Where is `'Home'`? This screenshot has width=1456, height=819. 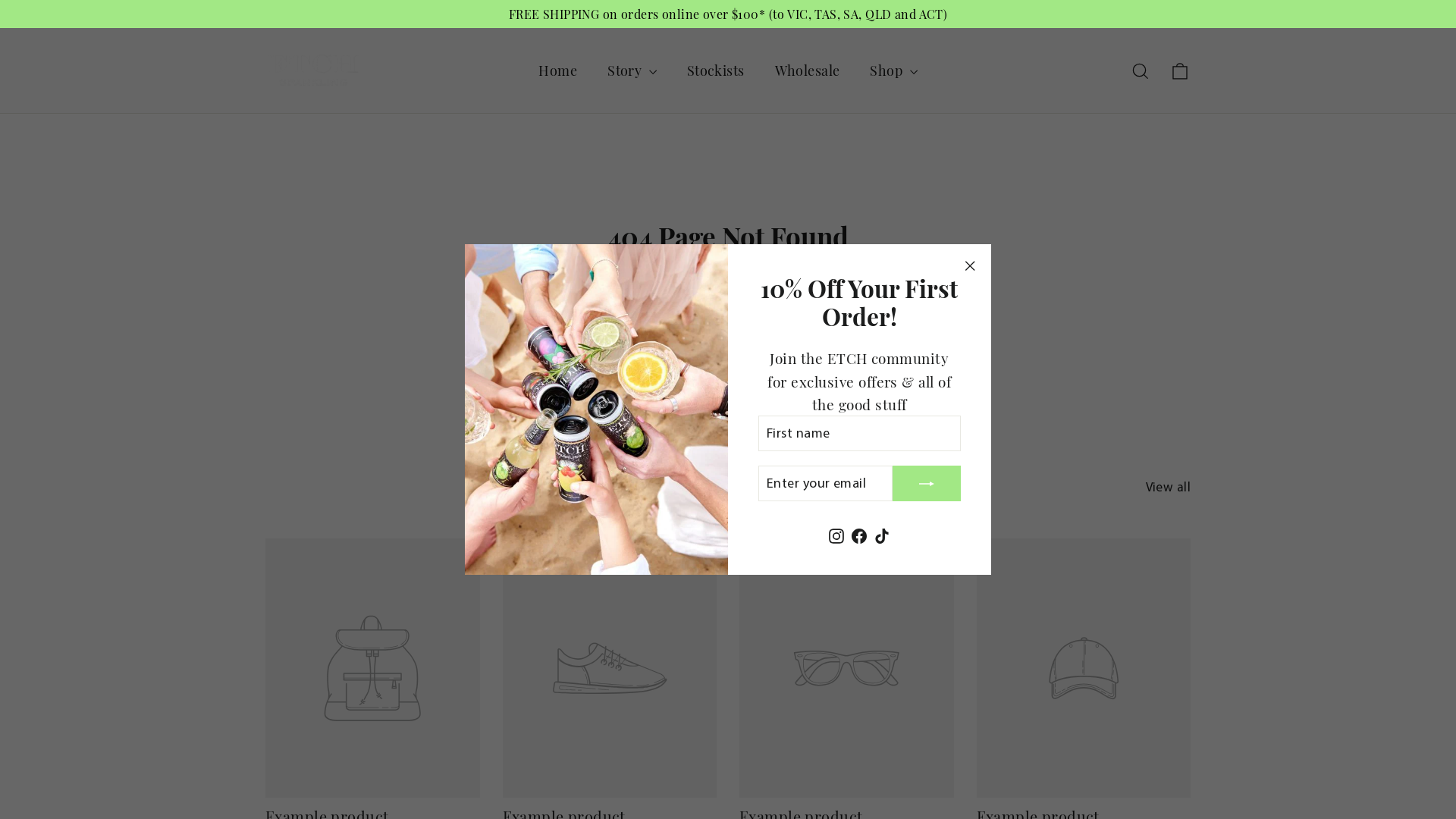 'Home' is located at coordinates (557, 71).